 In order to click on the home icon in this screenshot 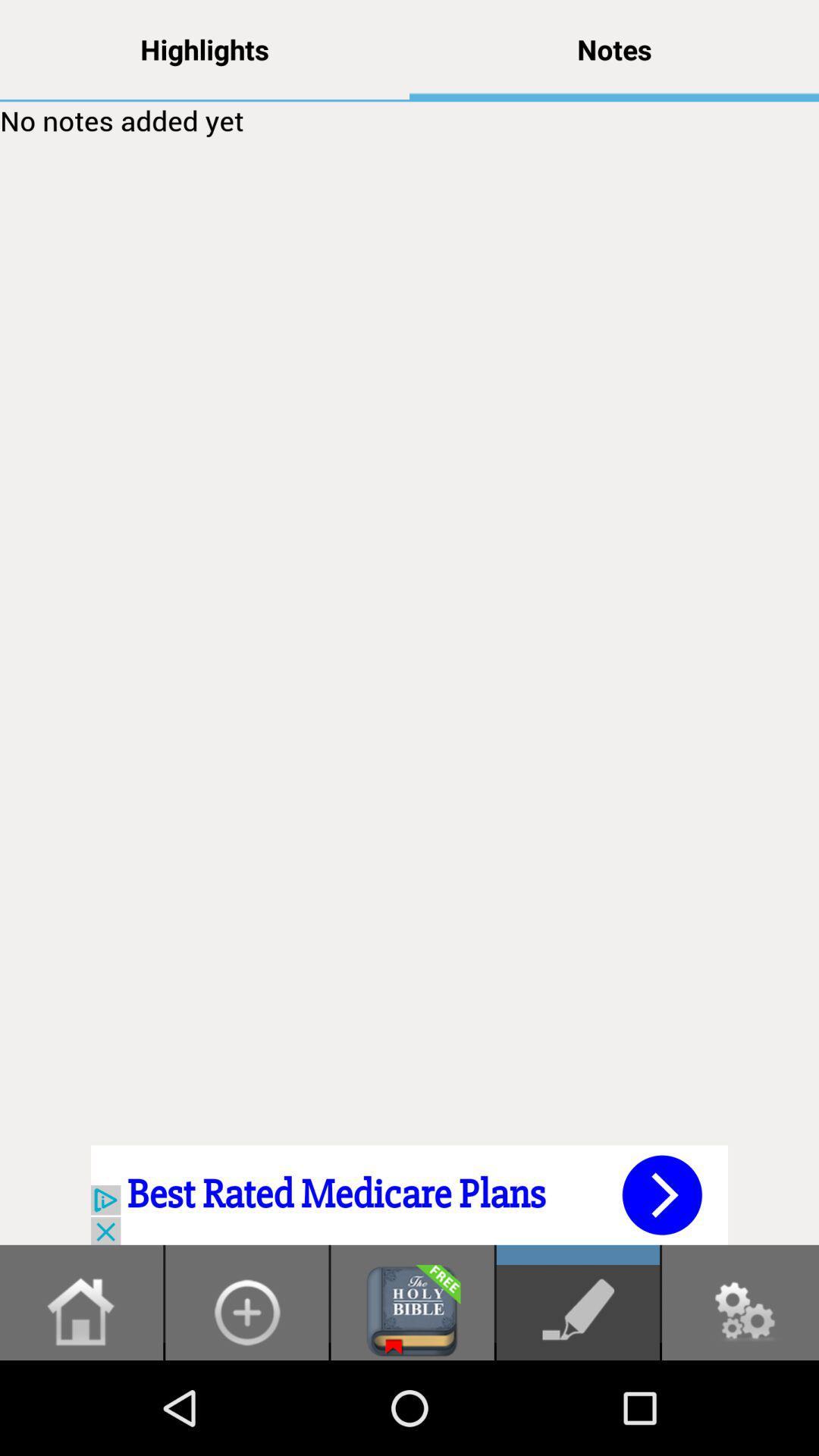, I will do `click(81, 1404)`.